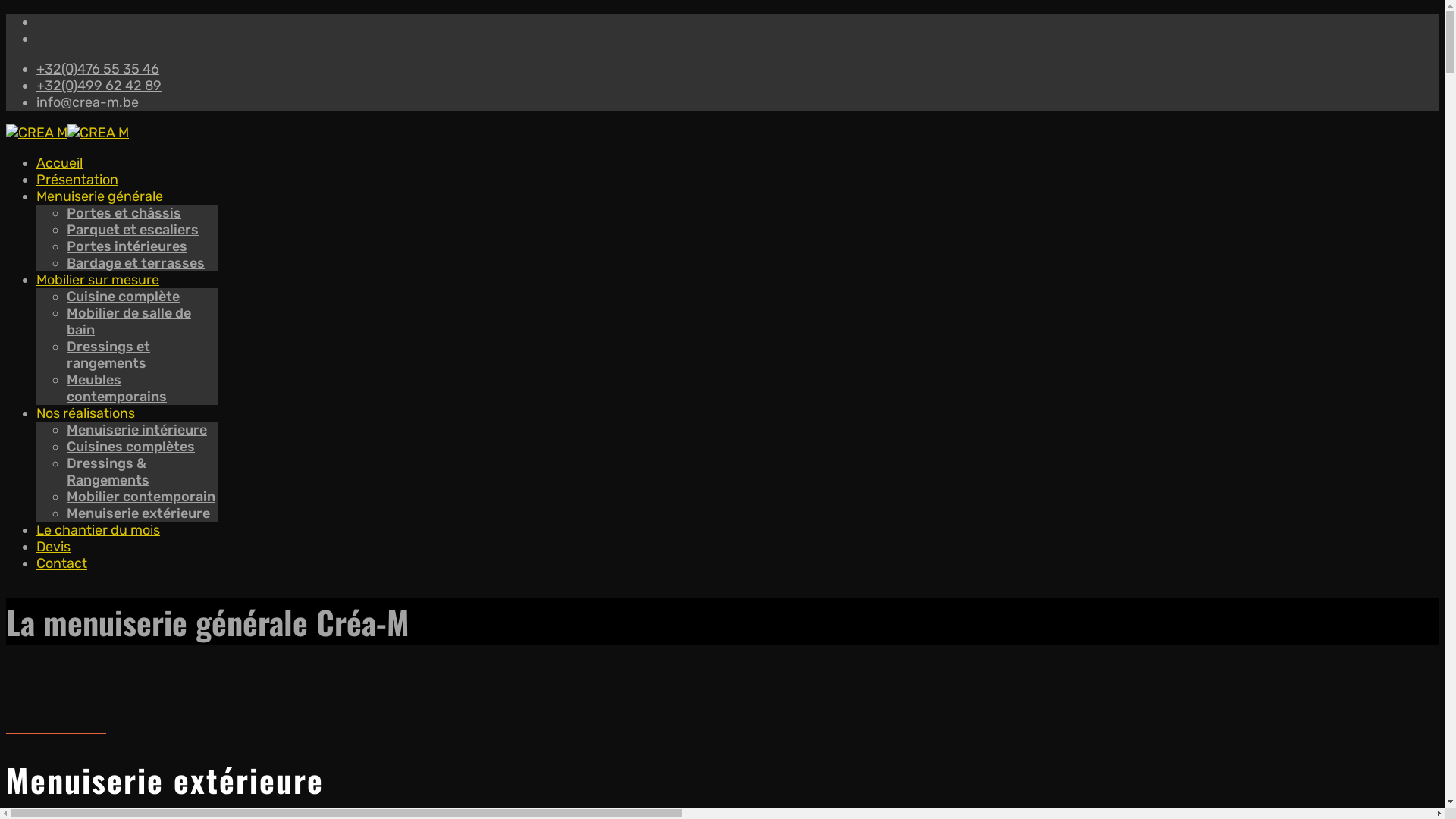 The image size is (1456, 819). I want to click on 'Bardage et terrasses', so click(135, 262).